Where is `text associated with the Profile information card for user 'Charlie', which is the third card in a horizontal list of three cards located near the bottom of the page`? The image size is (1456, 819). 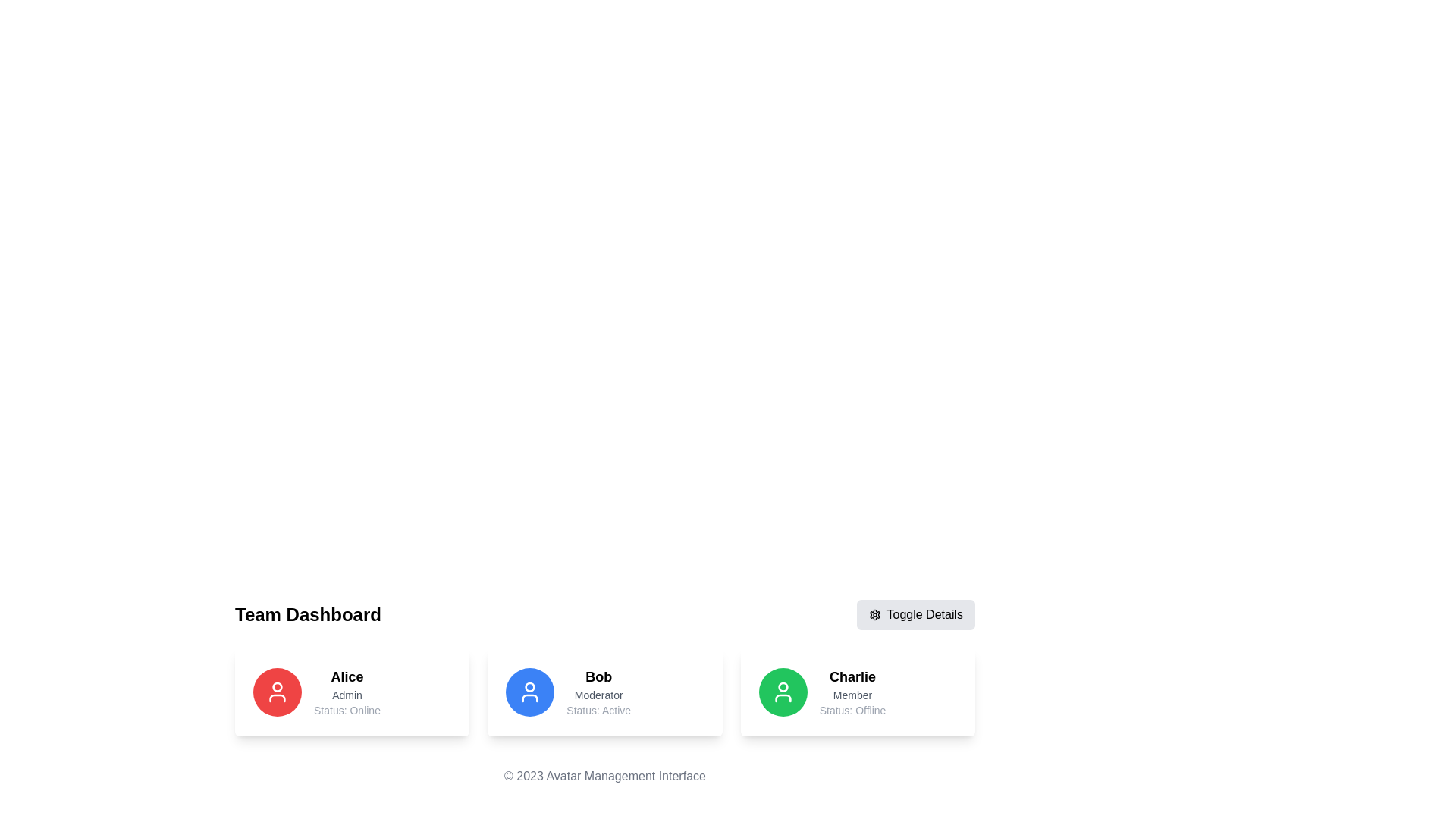
text associated with the Profile information card for user 'Charlie', which is the third card in a horizontal list of three cards located near the bottom of the page is located at coordinates (858, 692).